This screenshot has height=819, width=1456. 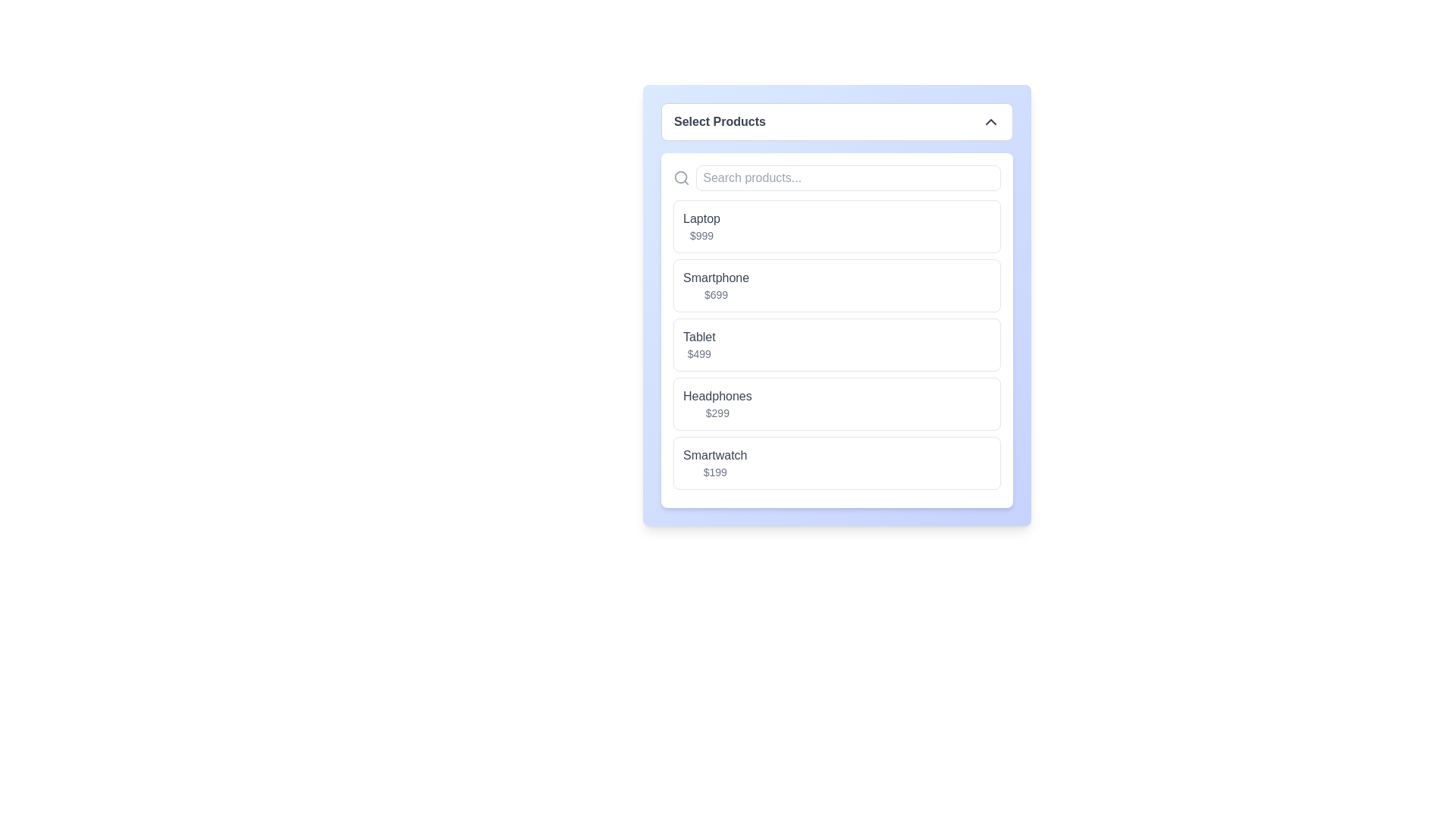 I want to click on text content of the 'Smartwatch' label located in the fifth entry of the dropdown menu, styled in gray color above the price '$199', so click(x=714, y=455).